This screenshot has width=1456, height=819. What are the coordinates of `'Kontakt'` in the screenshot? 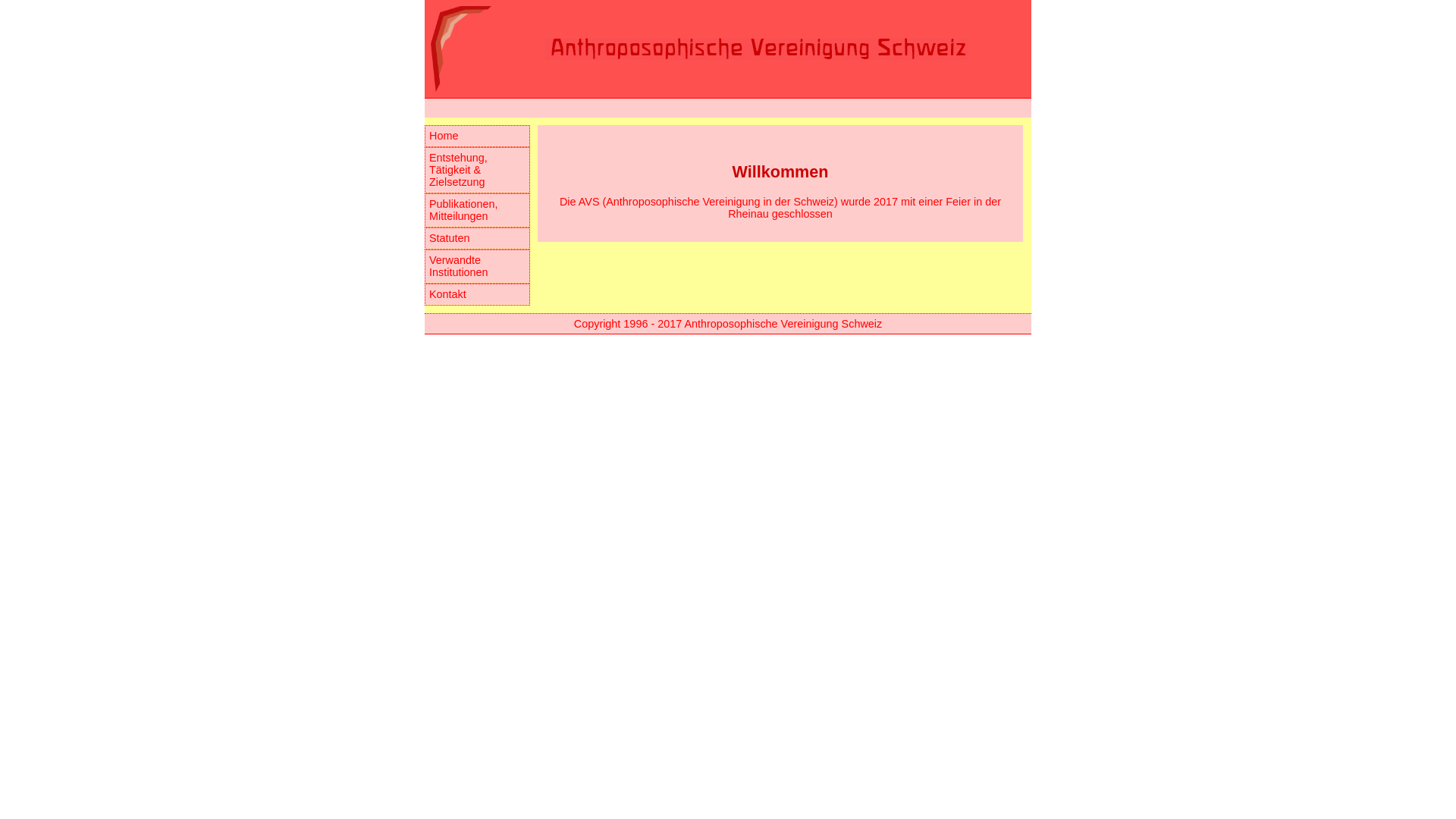 It's located at (425, 294).